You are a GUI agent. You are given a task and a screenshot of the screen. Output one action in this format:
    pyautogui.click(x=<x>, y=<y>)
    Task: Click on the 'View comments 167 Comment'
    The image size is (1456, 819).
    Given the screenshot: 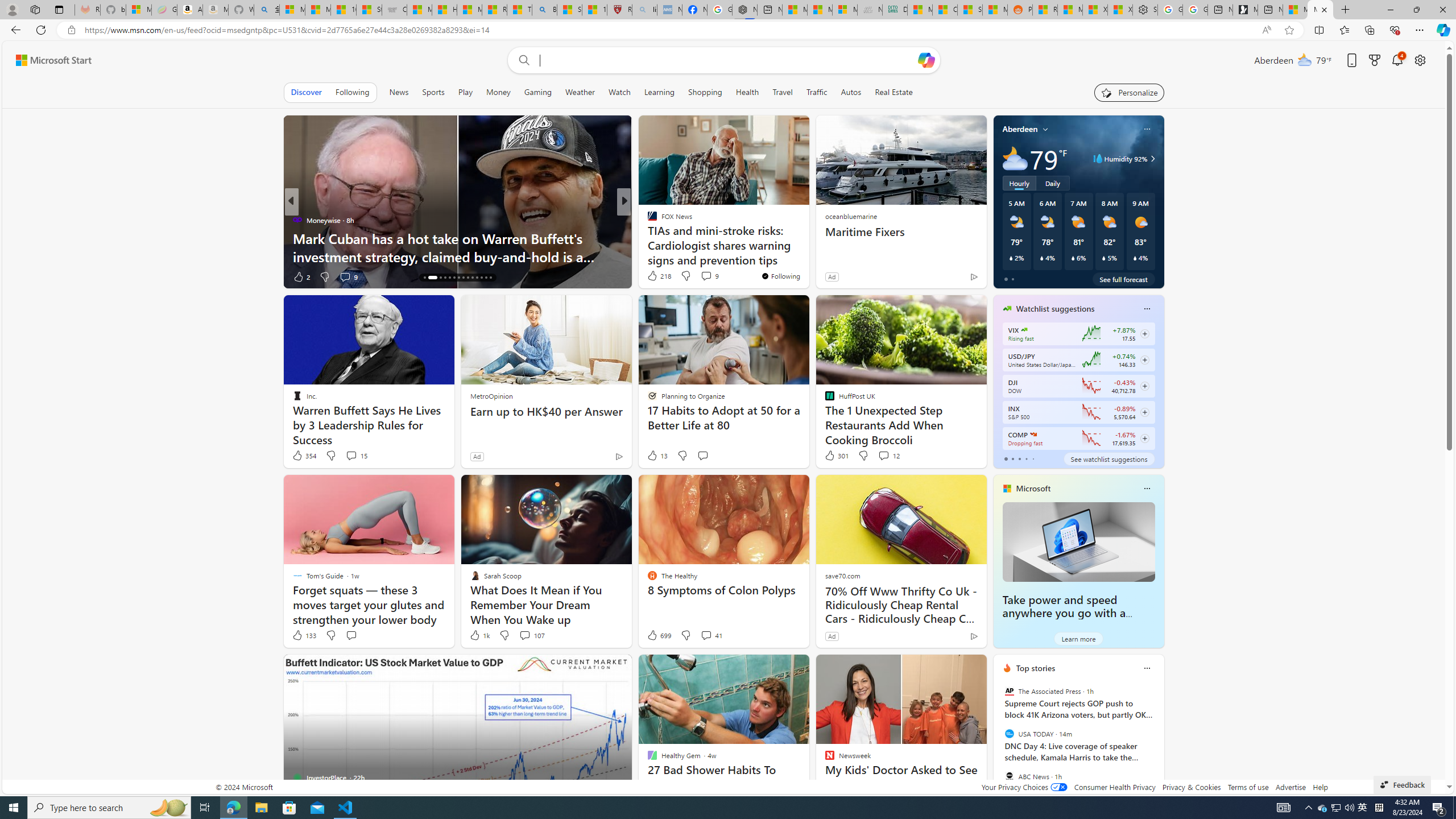 What is the action you would take?
    pyautogui.click(x=709, y=276)
    